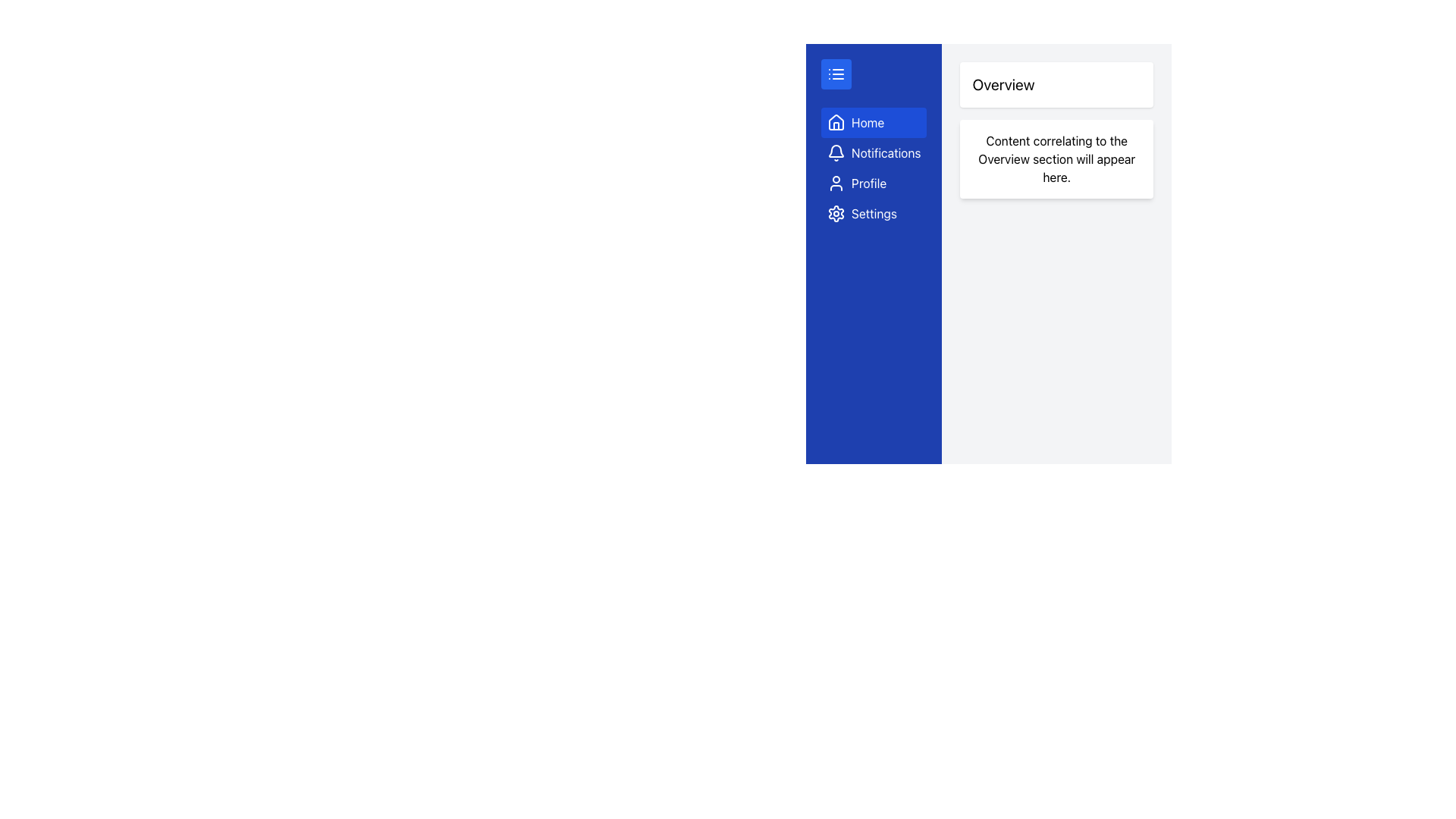 This screenshot has width=1456, height=819. What do you see at coordinates (836, 213) in the screenshot?
I see `the gear icon in the sidebar menu` at bounding box center [836, 213].